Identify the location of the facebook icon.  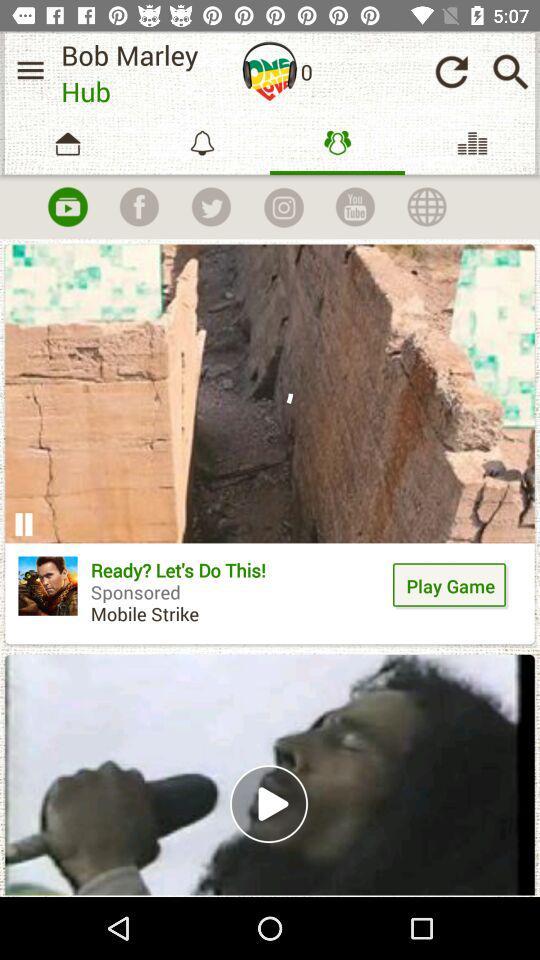
(138, 207).